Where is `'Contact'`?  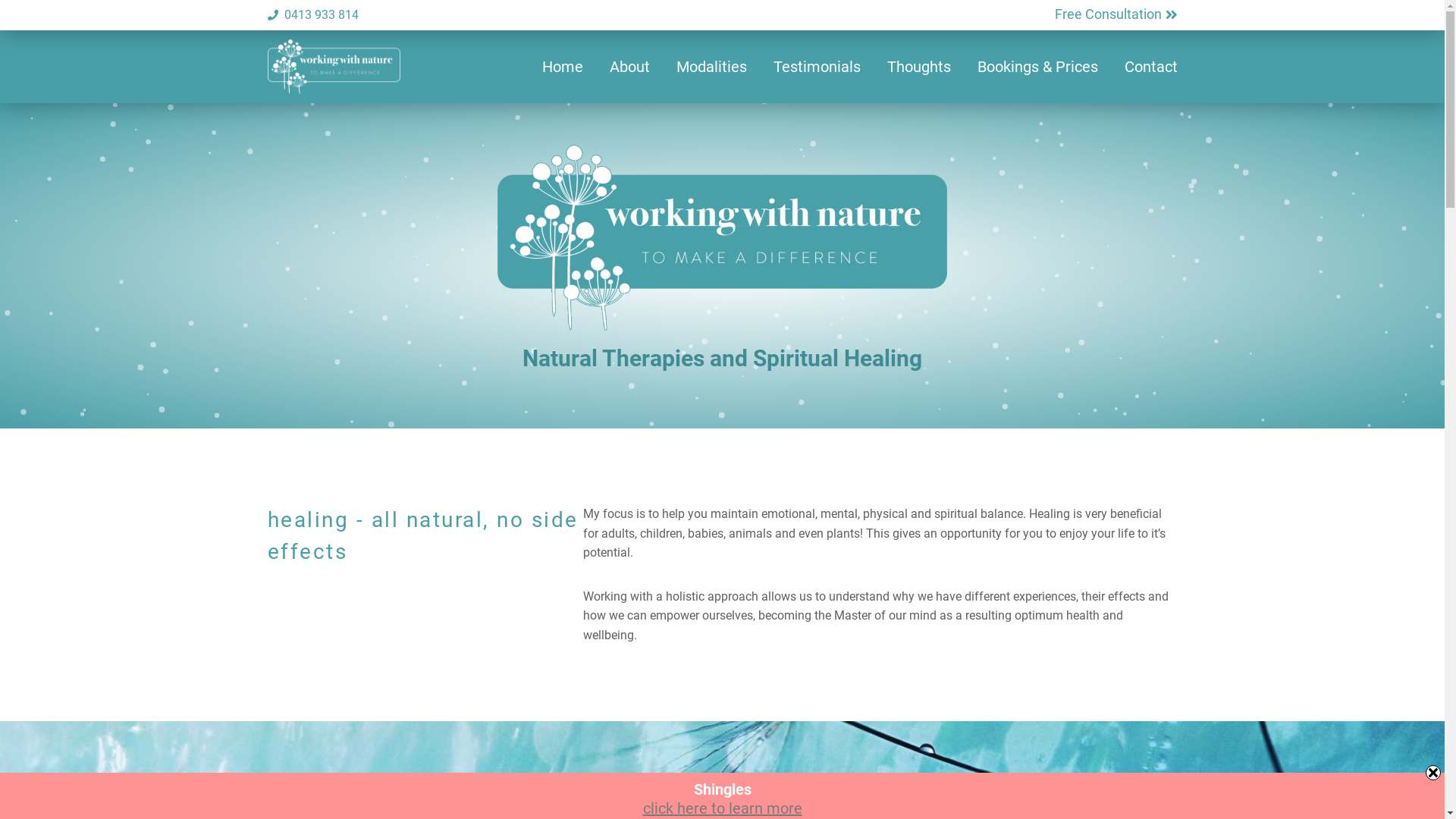 'Contact' is located at coordinates (1124, 66).